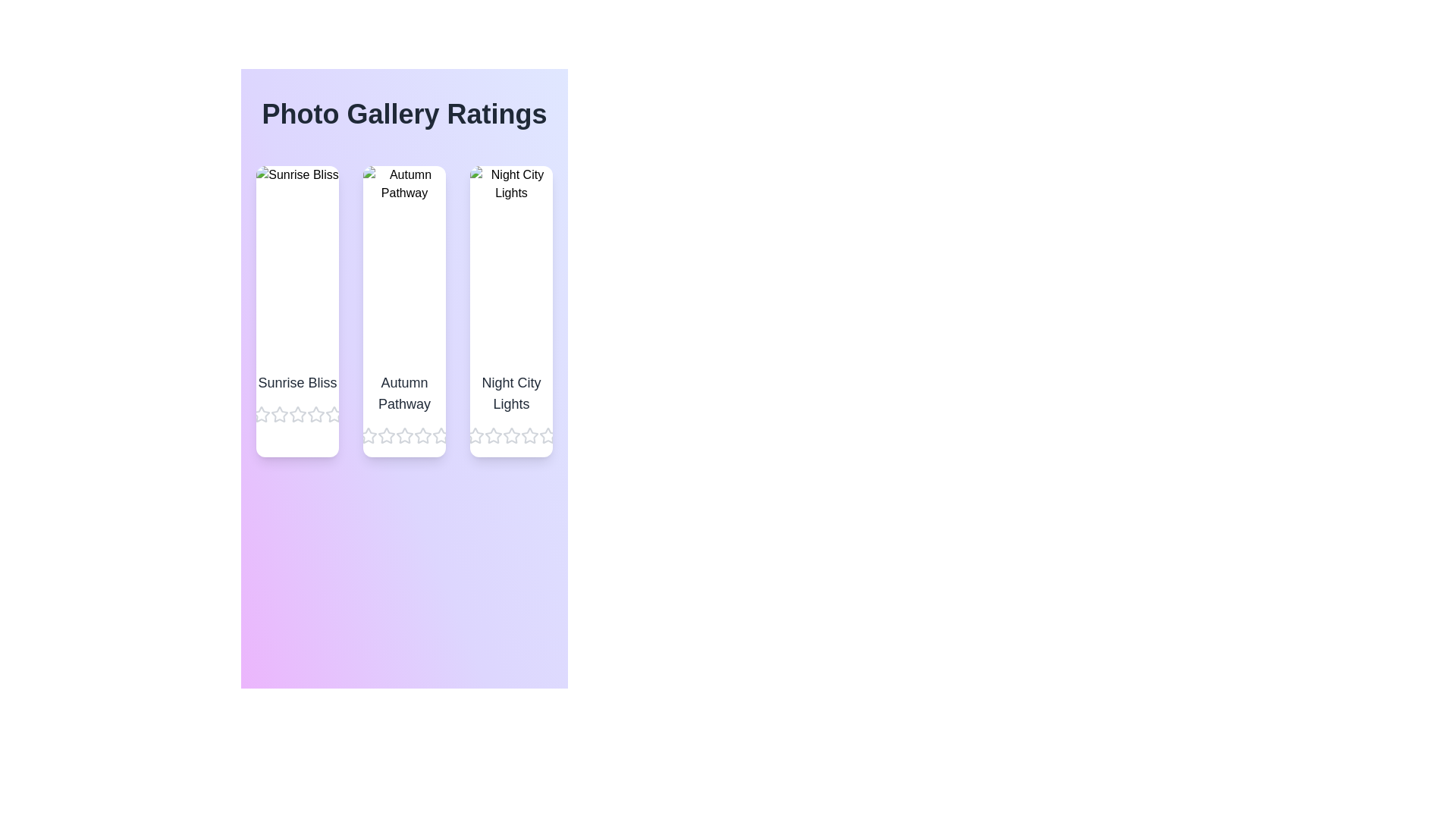  I want to click on the star corresponding to 4 stars for the image titled Sunrise Bliss, so click(315, 415).